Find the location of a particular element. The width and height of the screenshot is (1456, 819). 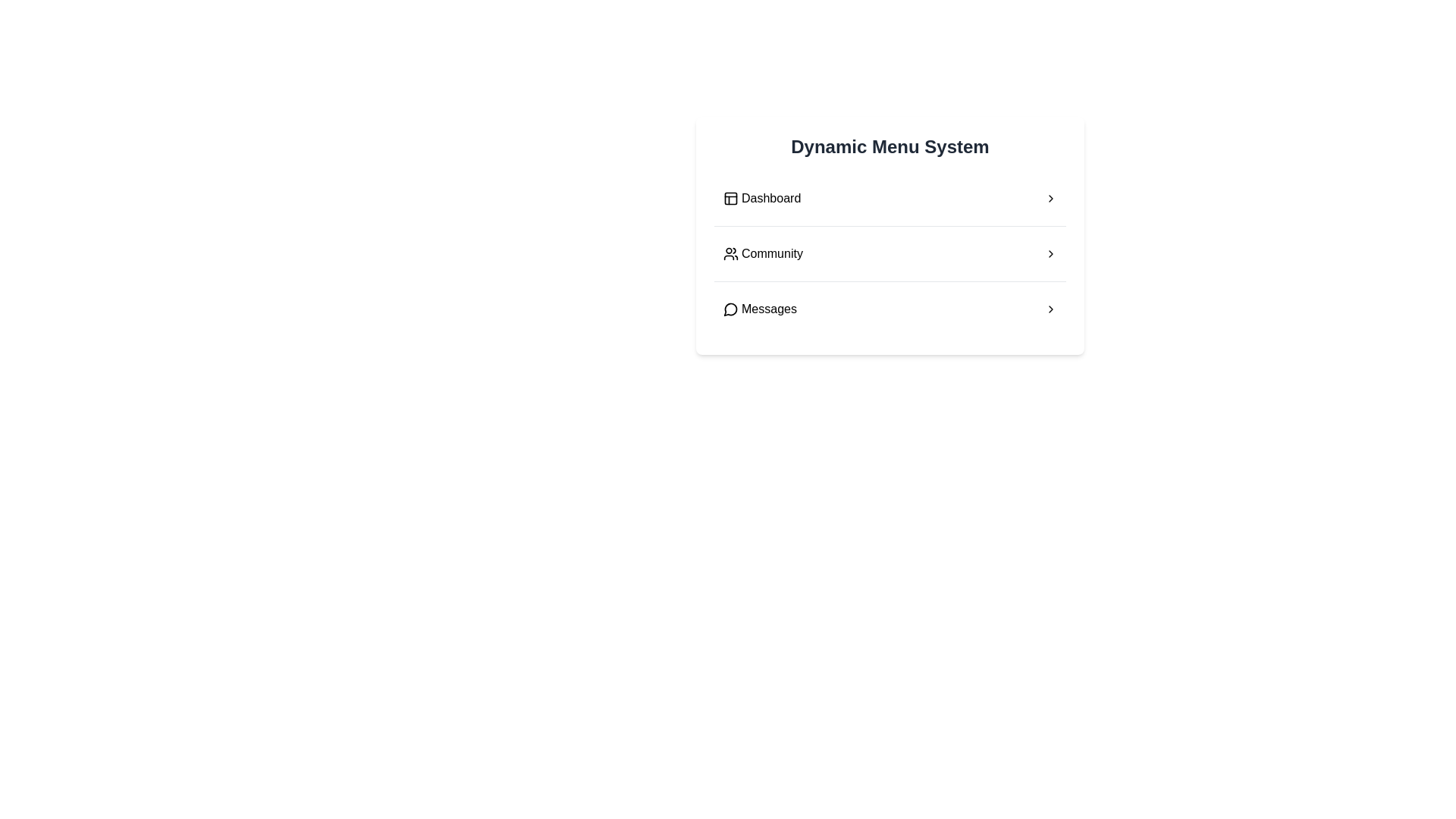

static text label displaying 'Dashboard' located beside the grid icon in the vertical menu under 'Dynamic Menu System.' is located at coordinates (771, 198).